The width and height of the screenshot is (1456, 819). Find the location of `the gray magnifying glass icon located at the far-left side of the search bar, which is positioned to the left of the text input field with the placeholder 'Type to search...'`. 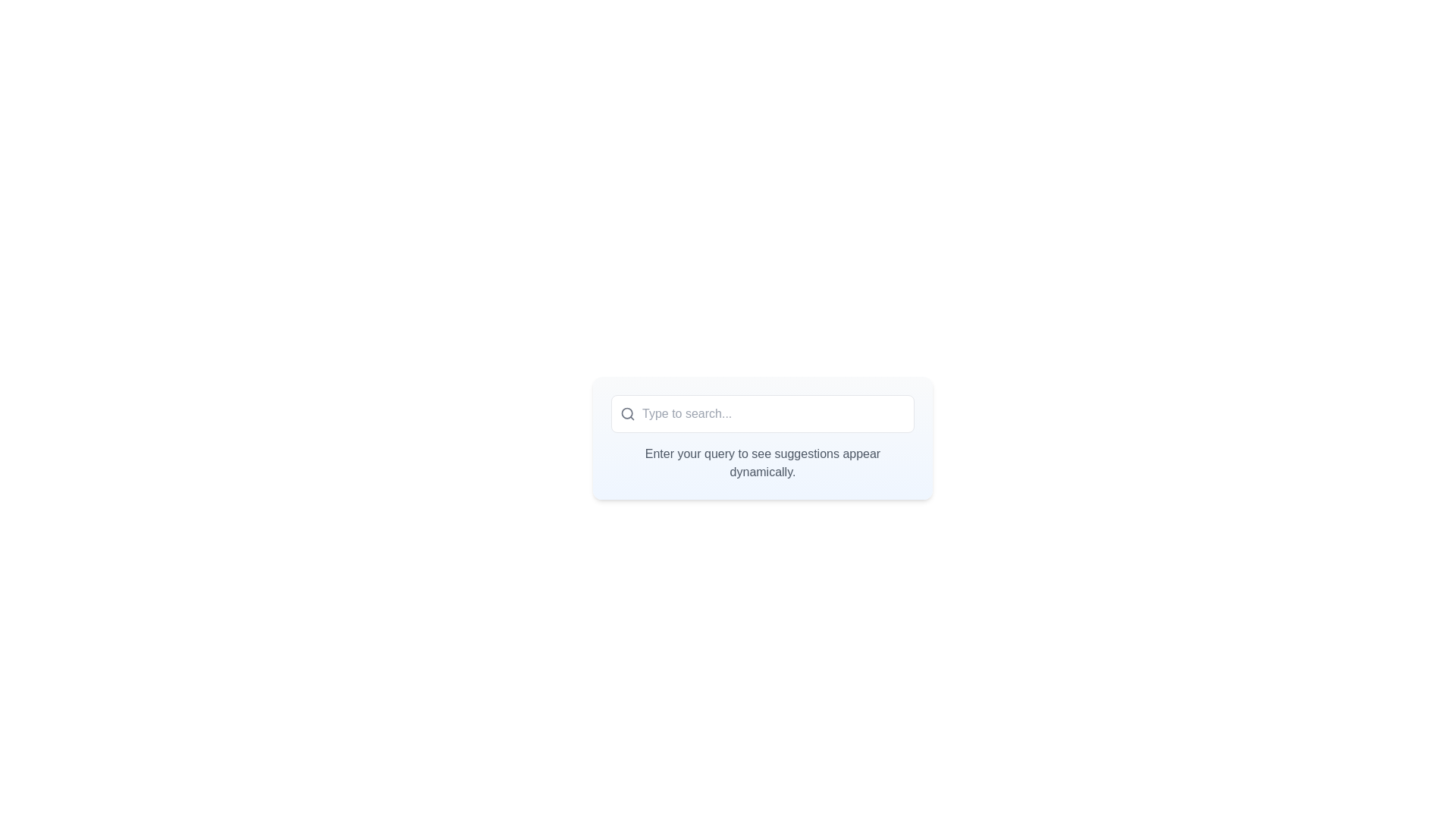

the gray magnifying glass icon located at the far-left side of the search bar, which is positioned to the left of the text input field with the placeholder 'Type to search...' is located at coordinates (623, 414).